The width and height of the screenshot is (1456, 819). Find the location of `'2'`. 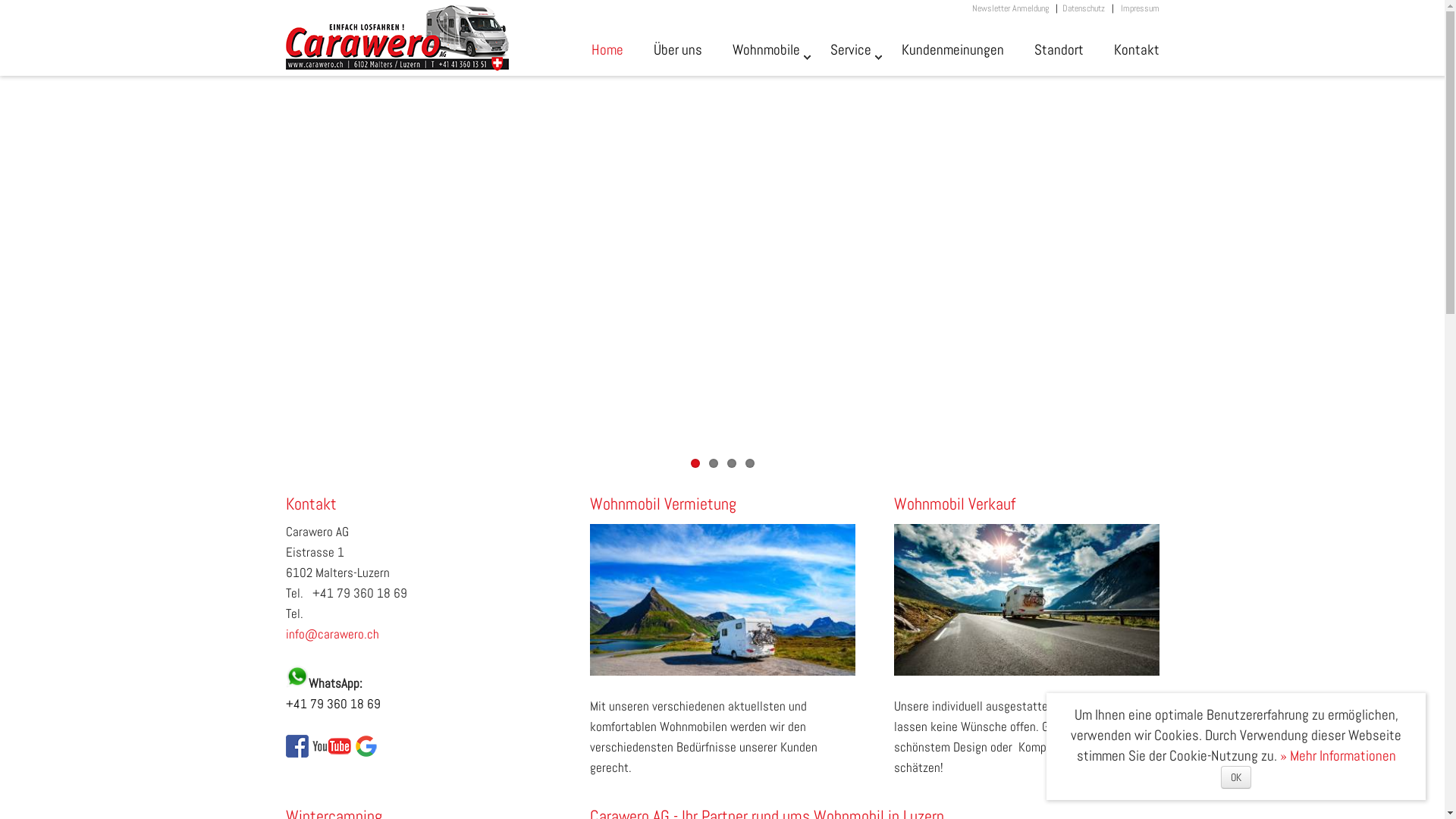

'2' is located at coordinates (708, 462).